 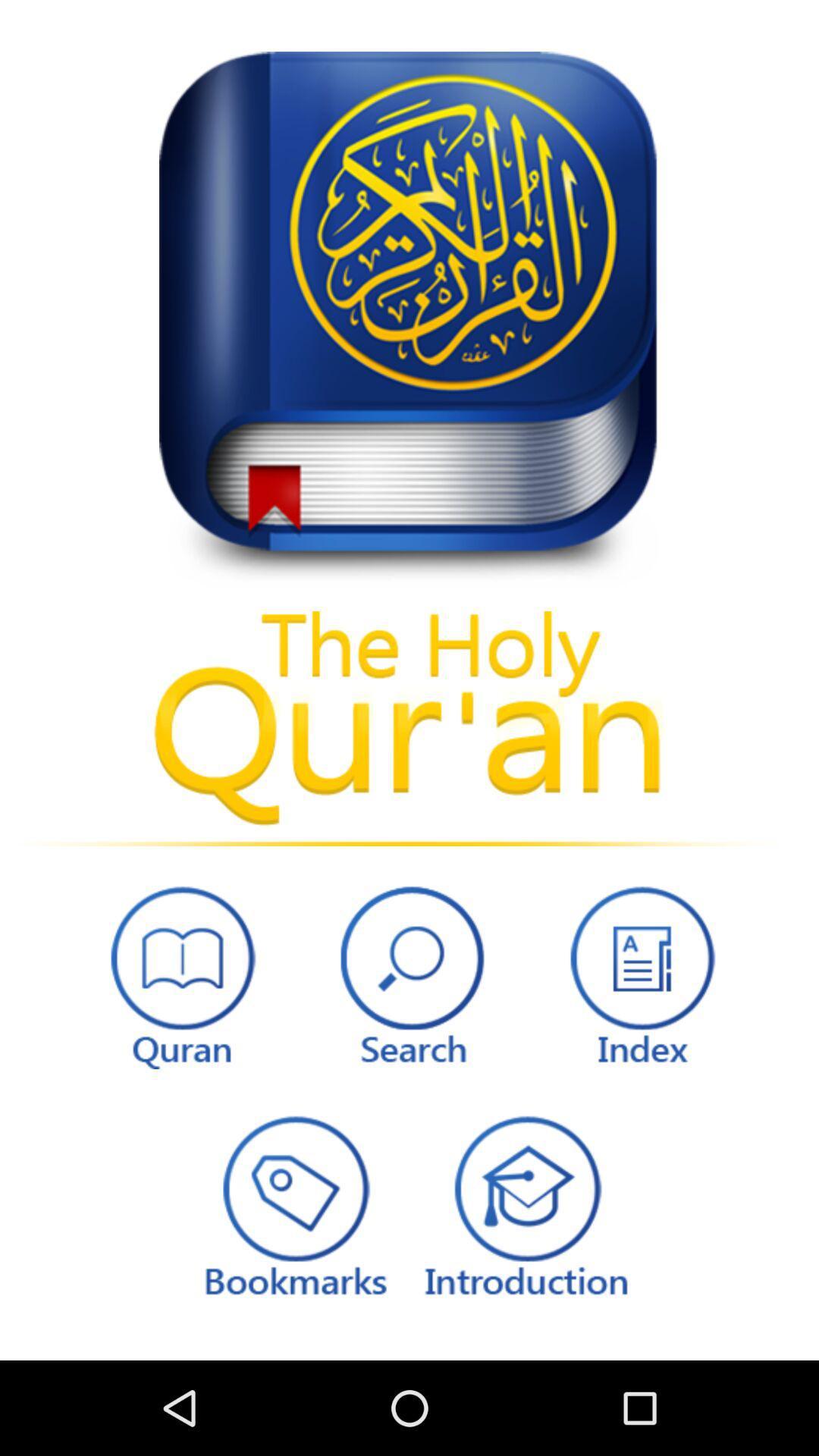 I want to click on icon at the bottom right corner, so click(x=639, y=973).